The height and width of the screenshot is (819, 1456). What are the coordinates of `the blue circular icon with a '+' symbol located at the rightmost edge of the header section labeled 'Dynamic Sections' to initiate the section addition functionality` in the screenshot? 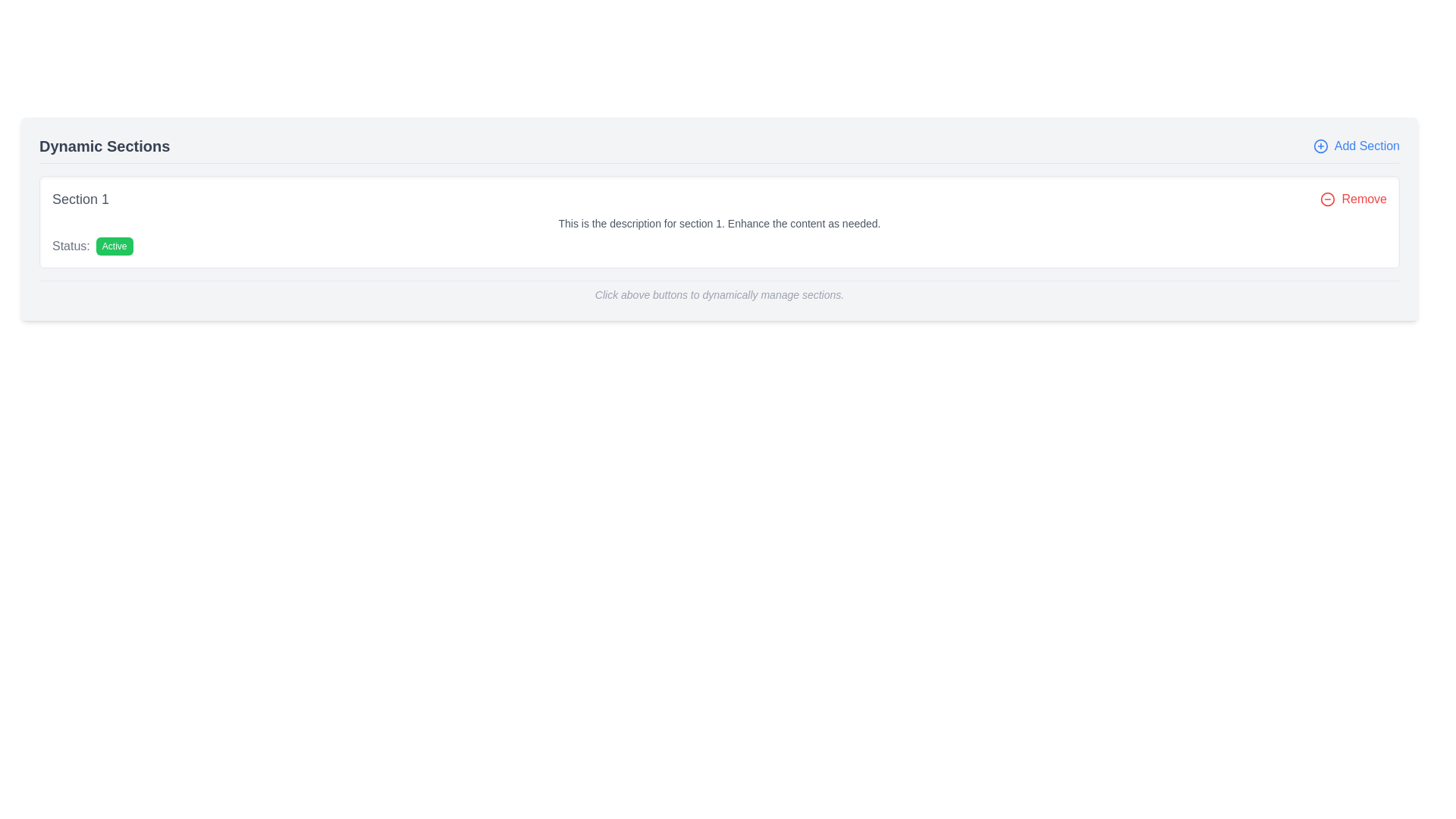 It's located at (1319, 146).